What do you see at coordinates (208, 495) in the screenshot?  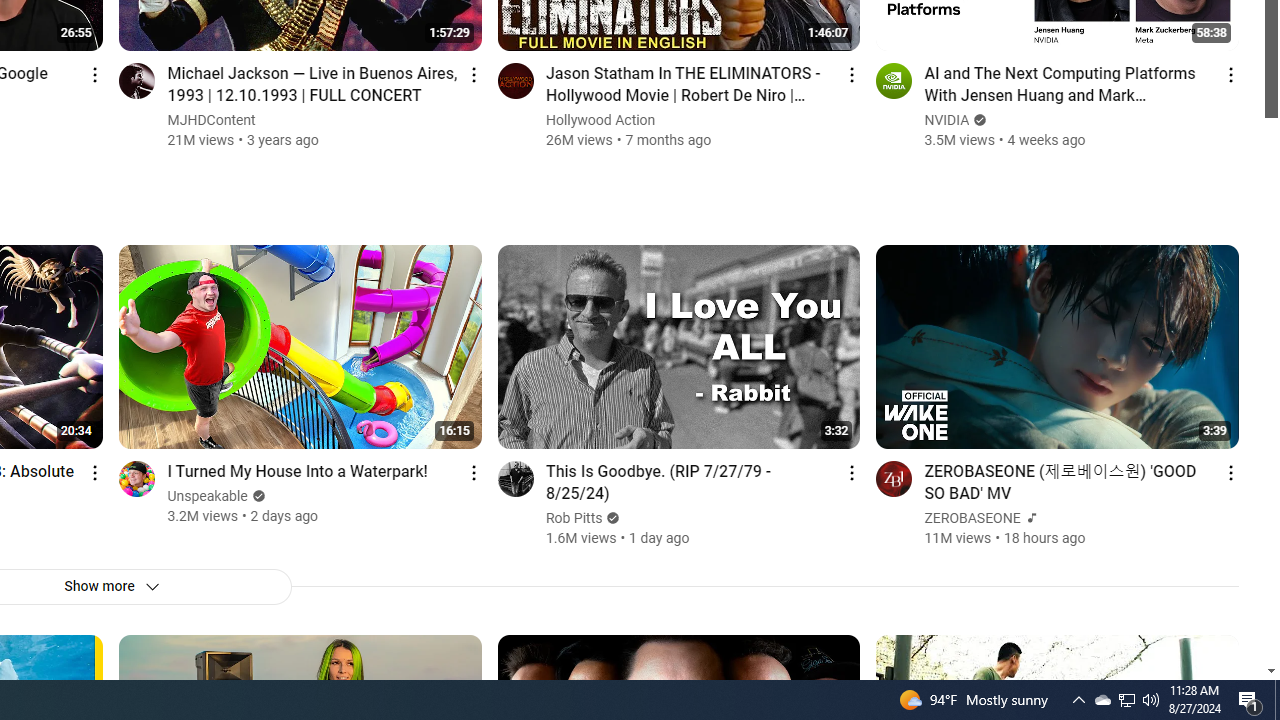 I see `'Unspeakable'` at bounding box center [208, 495].